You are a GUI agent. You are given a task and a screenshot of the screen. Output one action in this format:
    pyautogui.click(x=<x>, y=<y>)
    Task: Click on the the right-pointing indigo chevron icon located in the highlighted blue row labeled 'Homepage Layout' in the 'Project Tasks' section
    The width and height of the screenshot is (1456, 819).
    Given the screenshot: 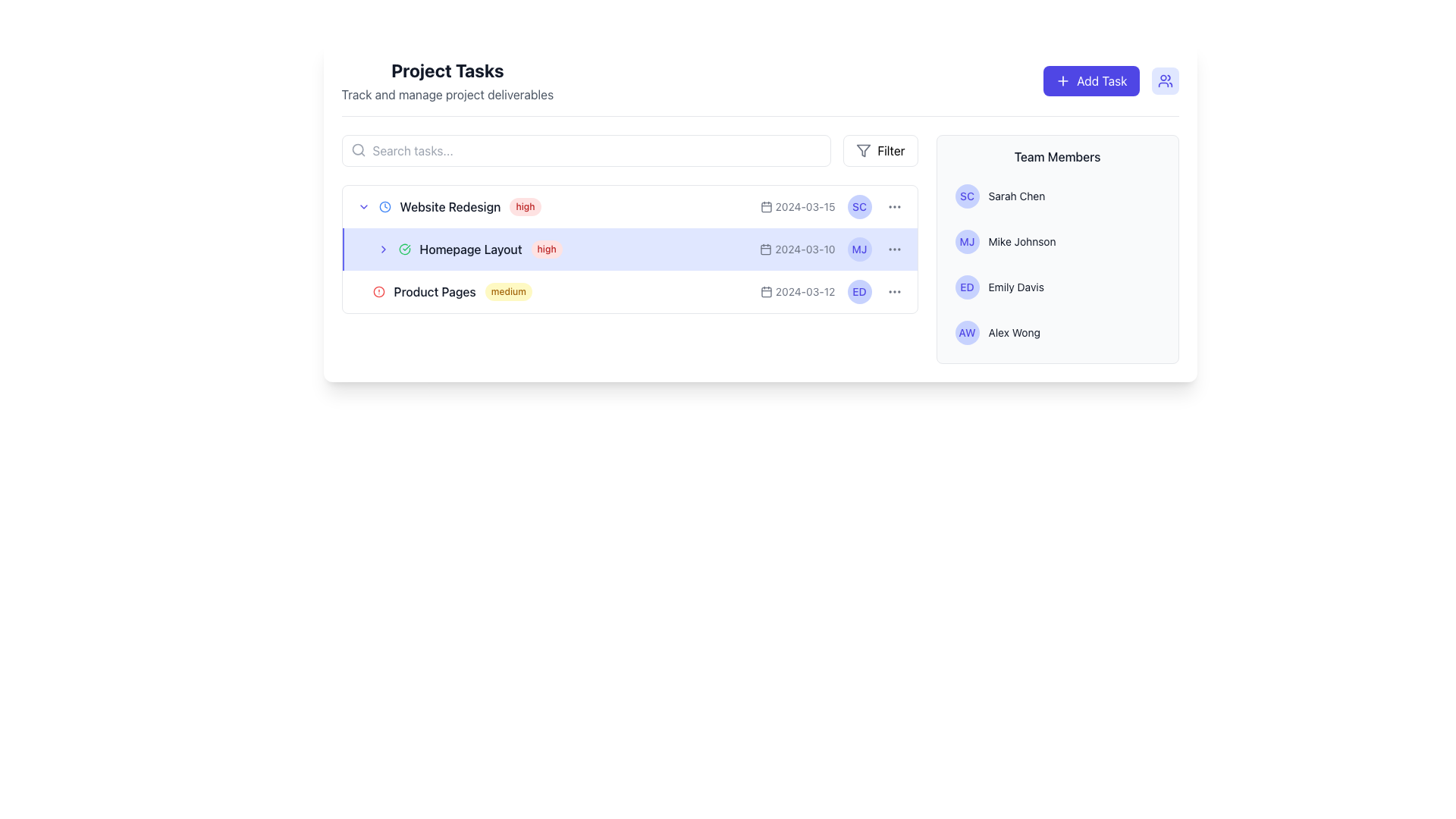 What is the action you would take?
    pyautogui.click(x=383, y=248)
    